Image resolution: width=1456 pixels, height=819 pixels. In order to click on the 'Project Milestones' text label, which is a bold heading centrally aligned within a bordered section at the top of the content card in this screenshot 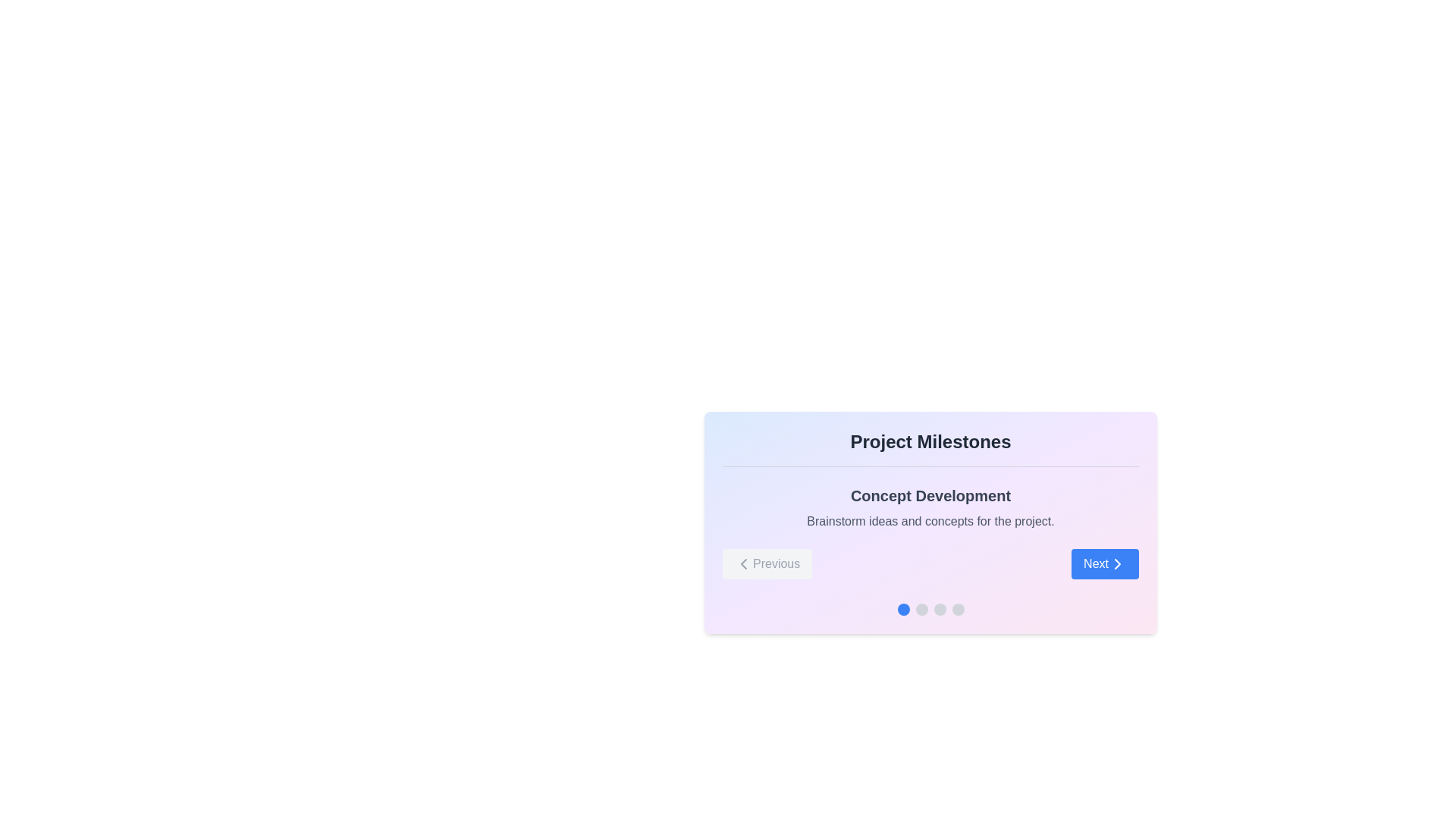, I will do `click(930, 441)`.